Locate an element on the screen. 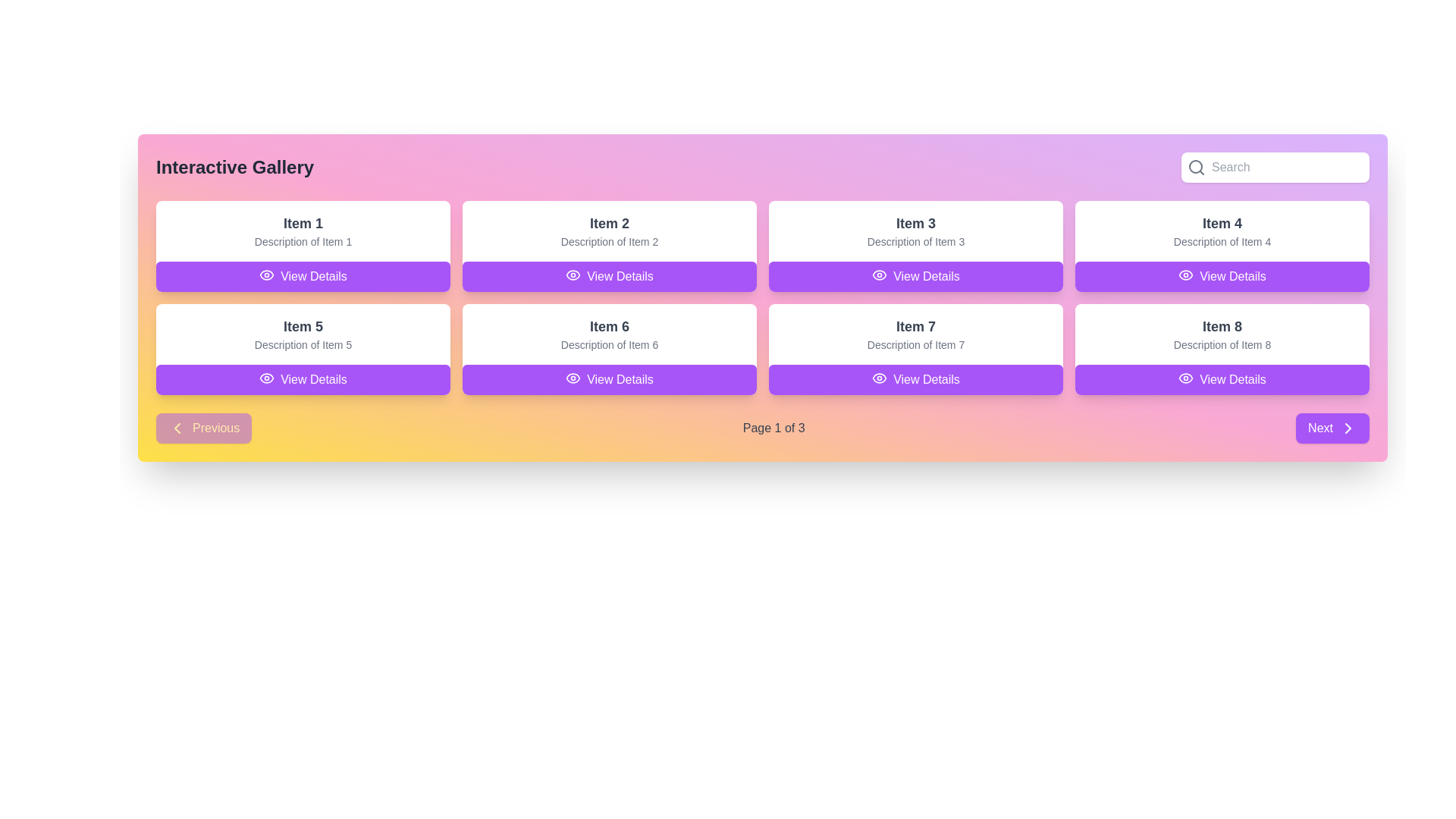 Image resolution: width=1456 pixels, height=819 pixels. the button located below 'Description of Item 4' in the 'Item 4' section is located at coordinates (1222, 277).